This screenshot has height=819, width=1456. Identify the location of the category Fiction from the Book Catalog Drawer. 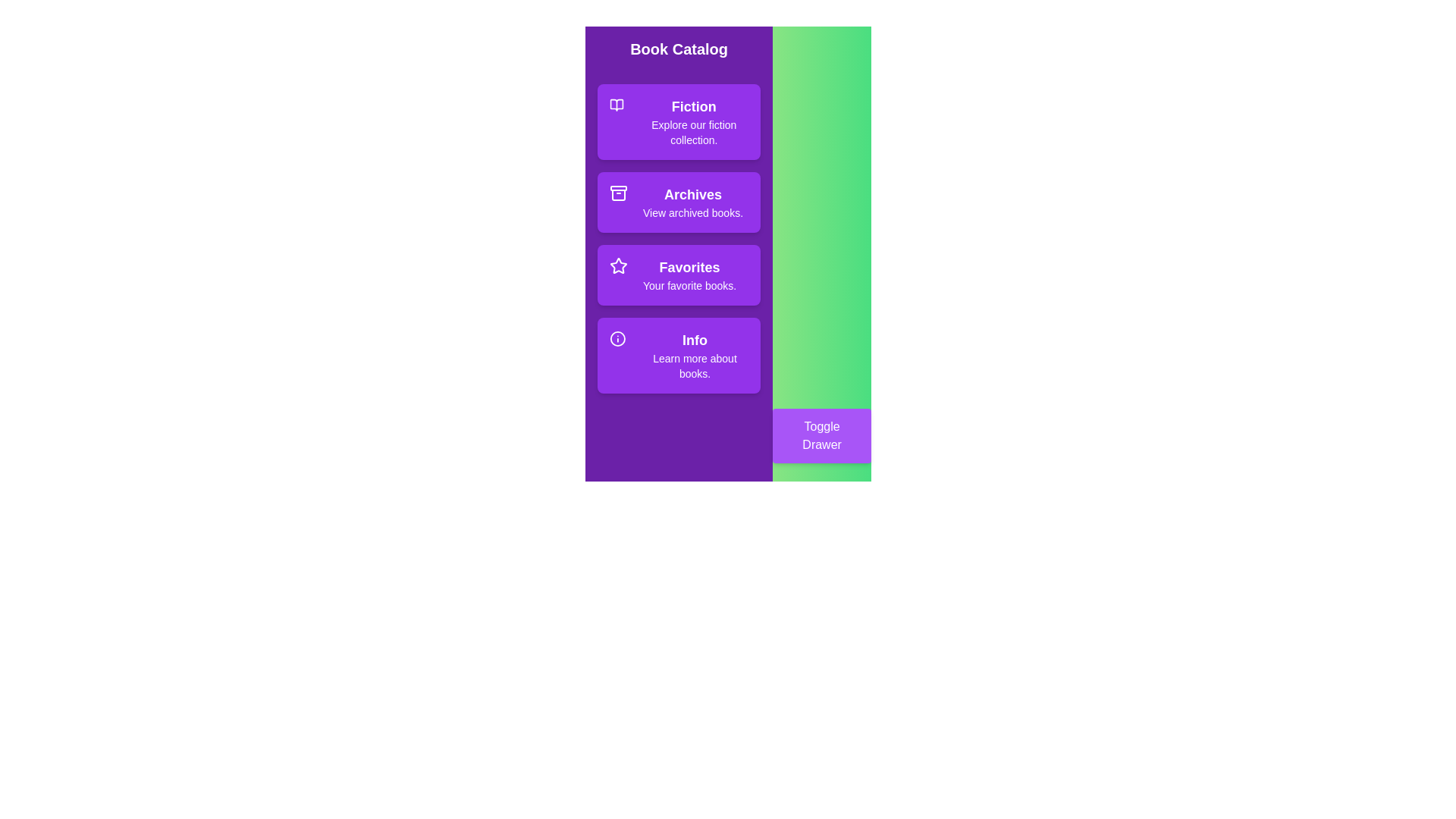
(678, 121).